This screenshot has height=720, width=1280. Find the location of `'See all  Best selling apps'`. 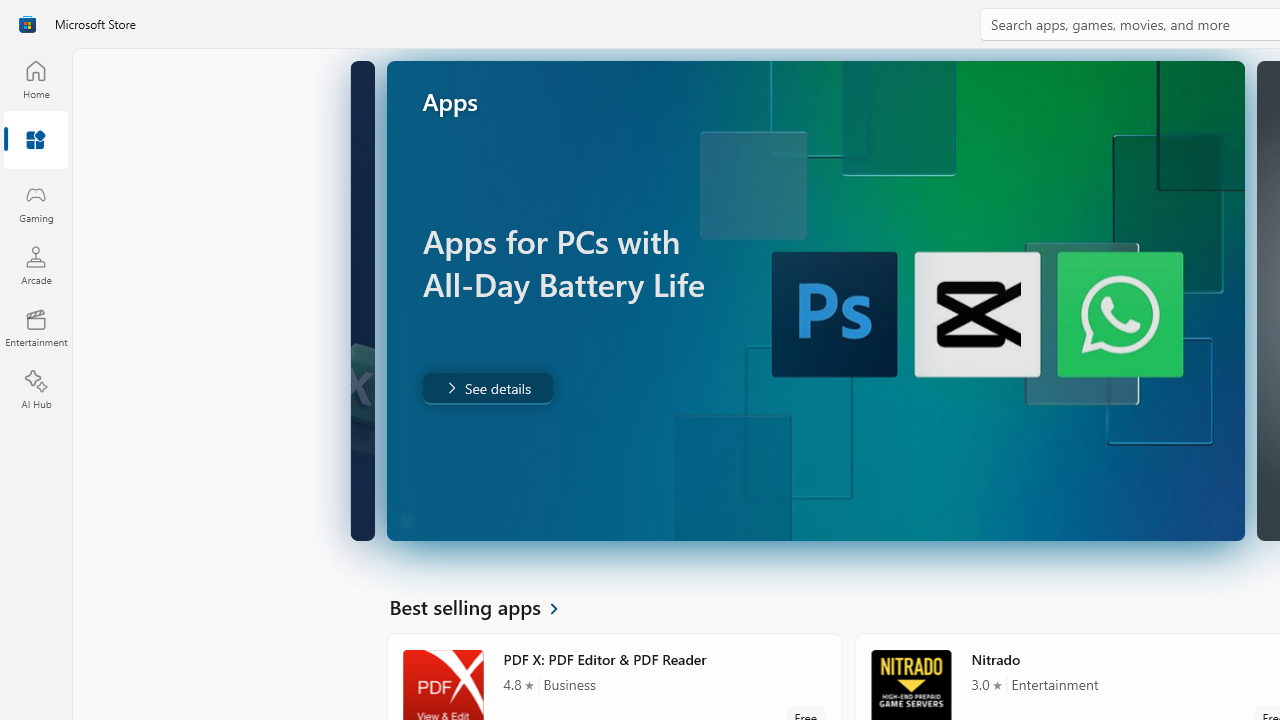

'See all  Best selling apps' is located at coordinates (485, 605).